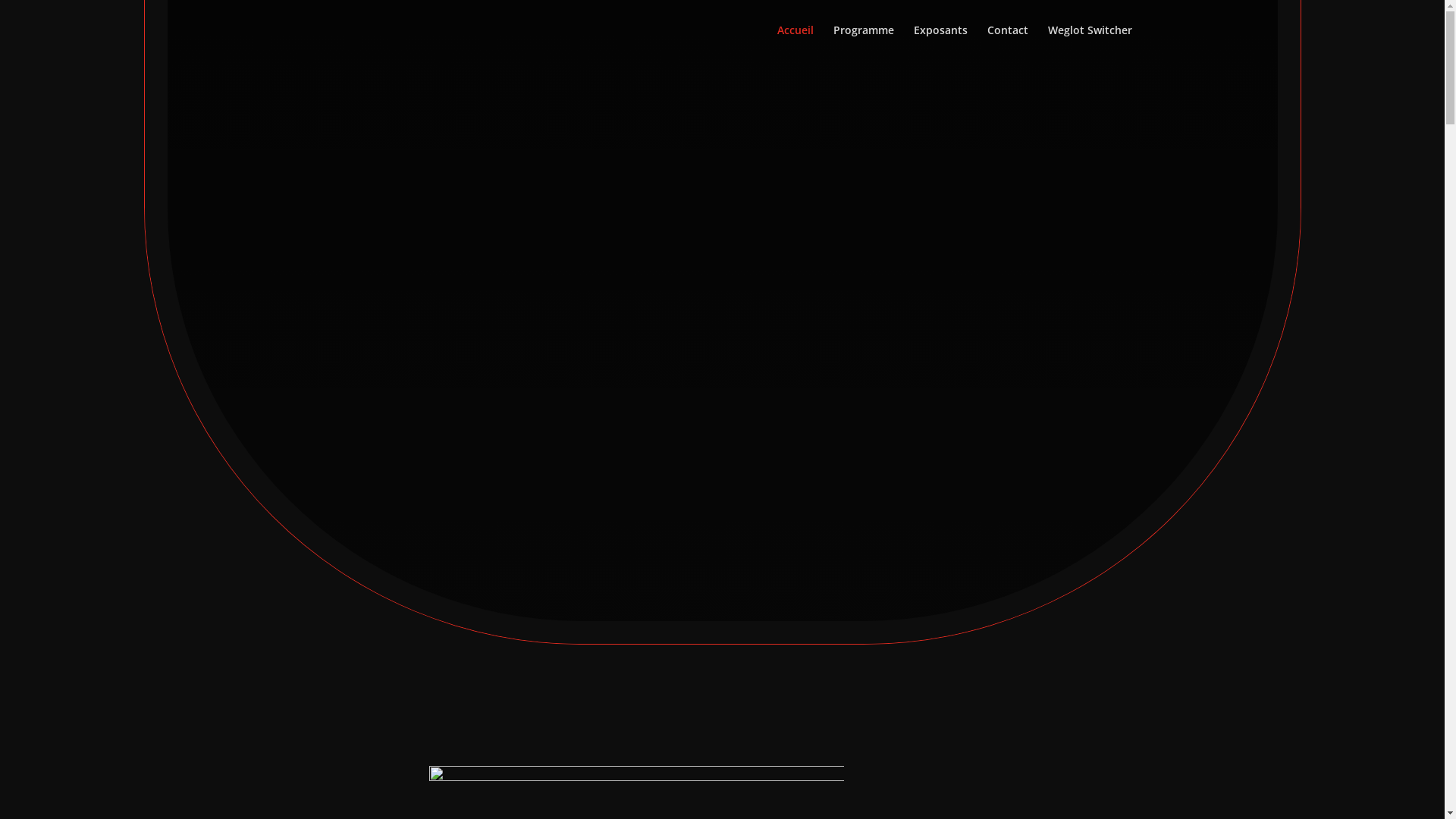  I want to click on 'Accueil', so click(793, 42).